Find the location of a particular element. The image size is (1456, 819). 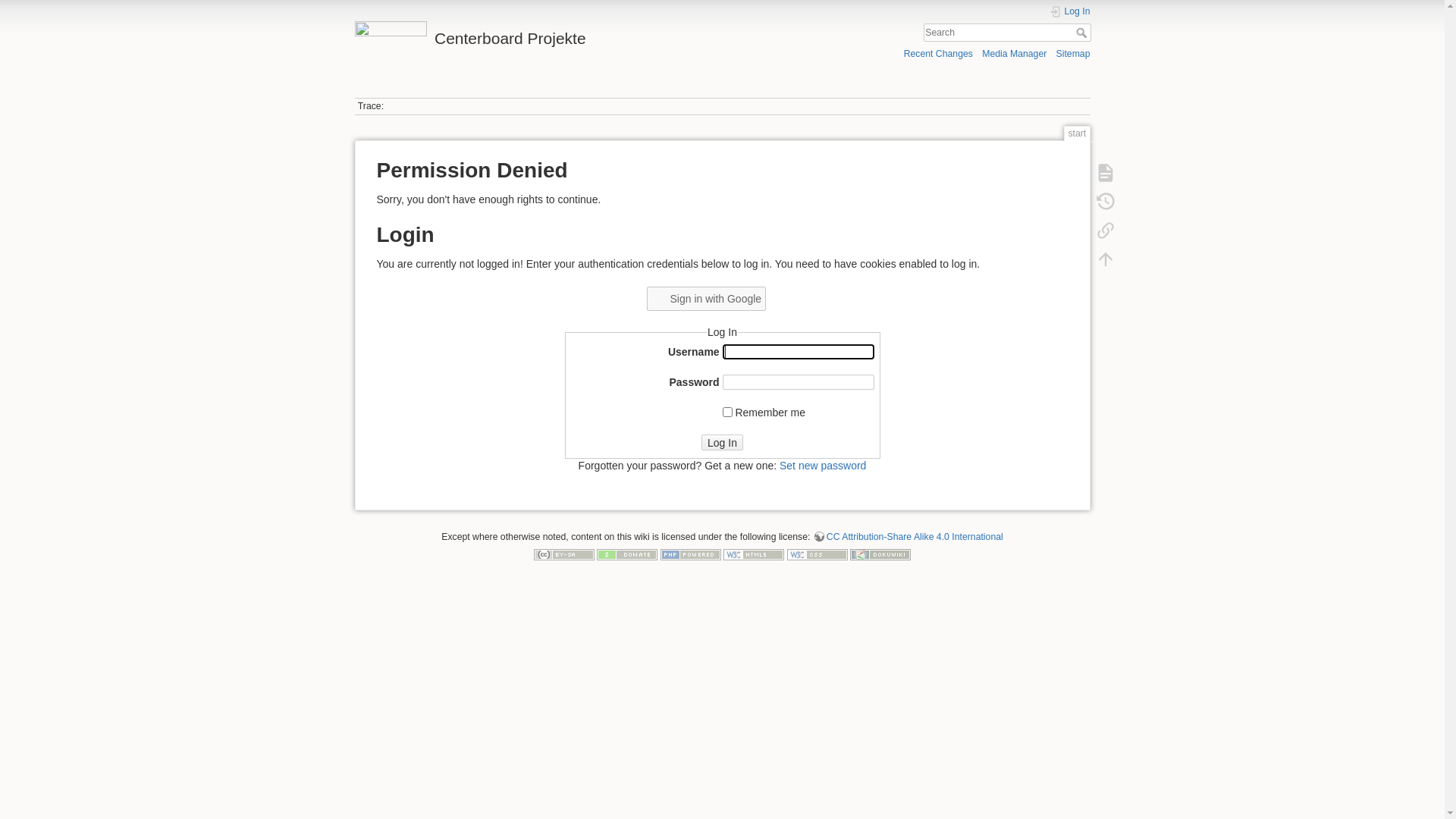

'Media Manager' is located at coordinates (1014, 52).